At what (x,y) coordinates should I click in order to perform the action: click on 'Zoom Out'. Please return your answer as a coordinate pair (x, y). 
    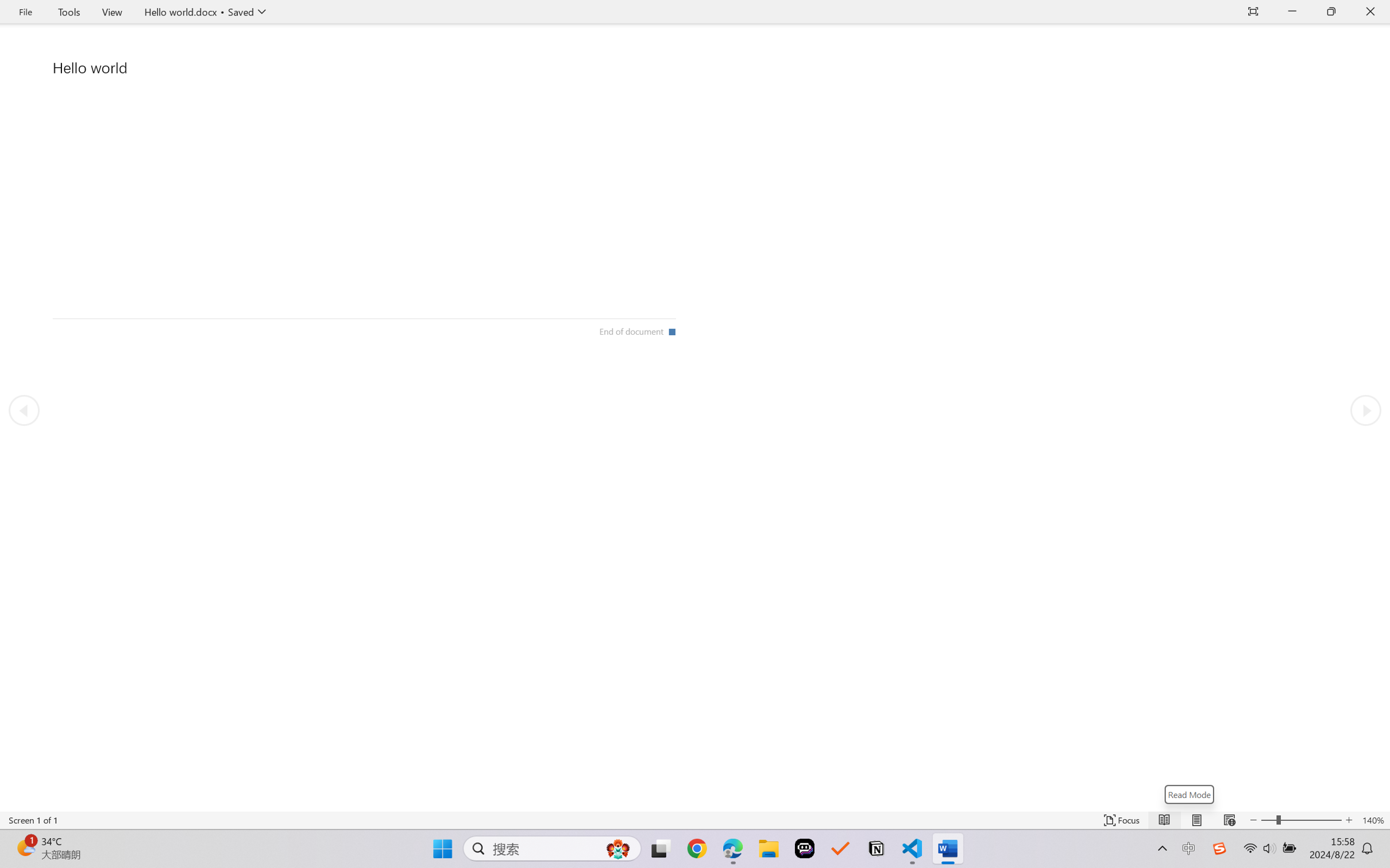
    Looking at the image, I should click on (1268, 820).